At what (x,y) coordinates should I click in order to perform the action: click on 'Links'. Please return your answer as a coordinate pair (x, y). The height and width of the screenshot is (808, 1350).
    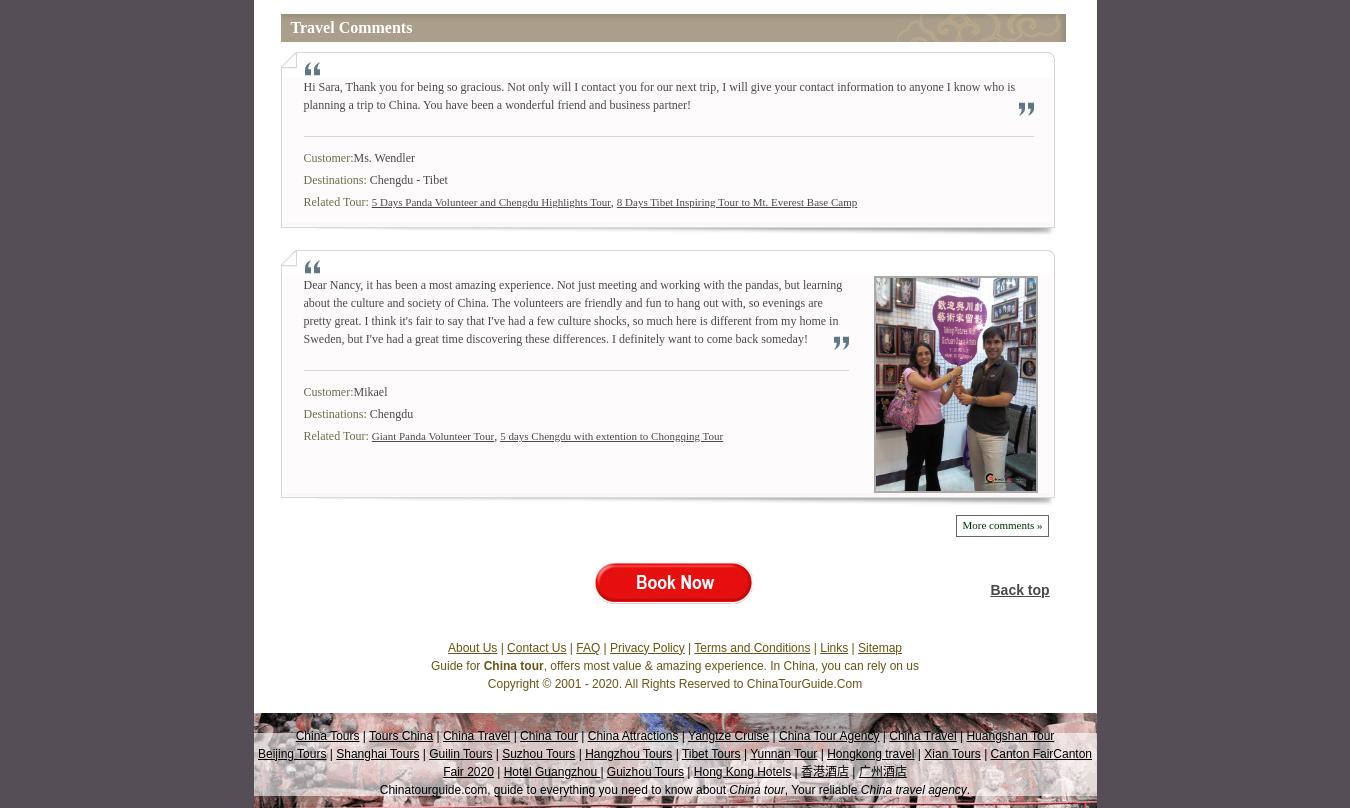
    Looking at the image, I should click on (834, 646).